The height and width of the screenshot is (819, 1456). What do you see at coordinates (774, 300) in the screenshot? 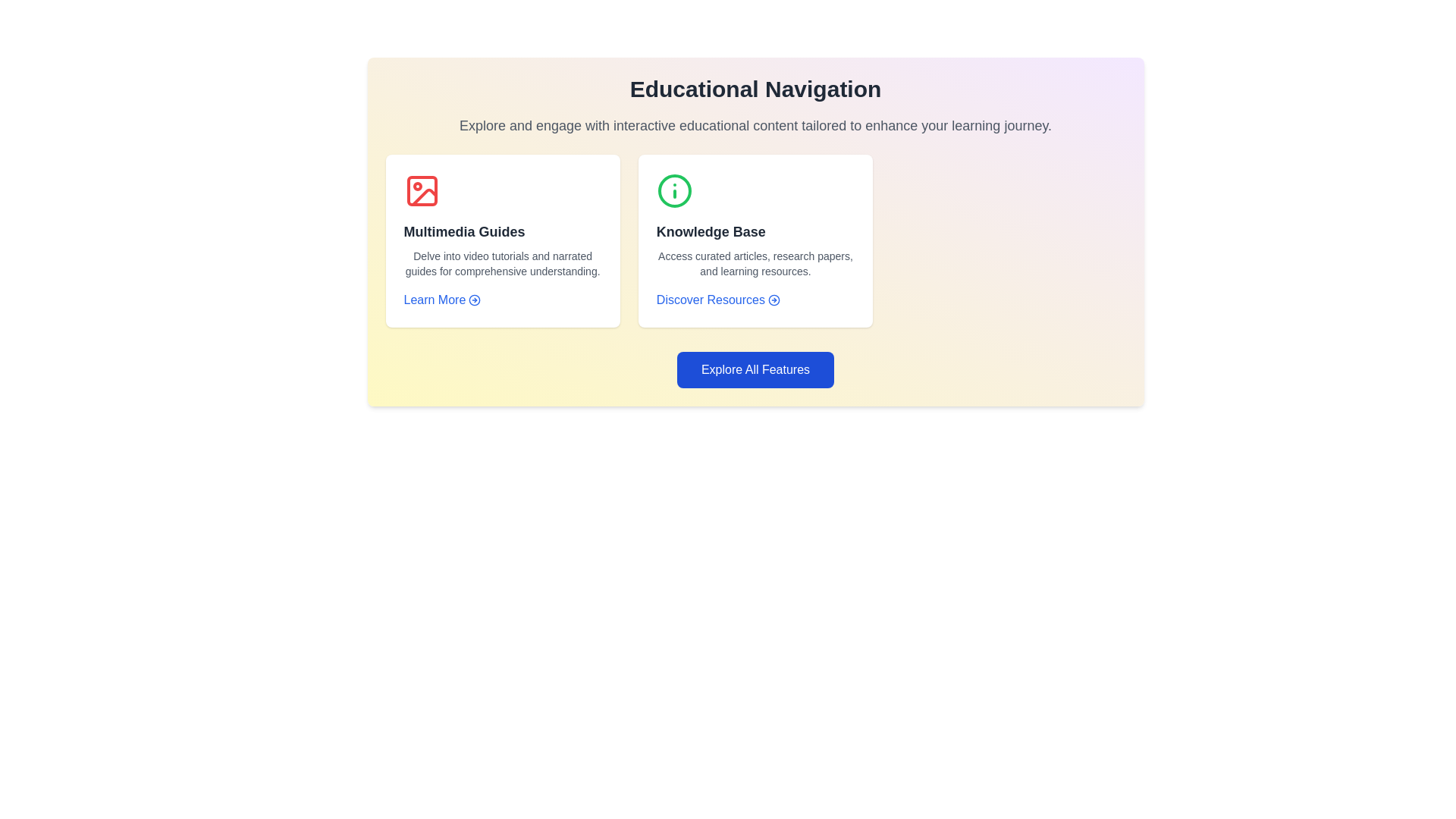
I see `the interactive icon located to the right of the 'Discover Resources' text in the 'Knowledge Base' section` at bounding box center [774, 300].